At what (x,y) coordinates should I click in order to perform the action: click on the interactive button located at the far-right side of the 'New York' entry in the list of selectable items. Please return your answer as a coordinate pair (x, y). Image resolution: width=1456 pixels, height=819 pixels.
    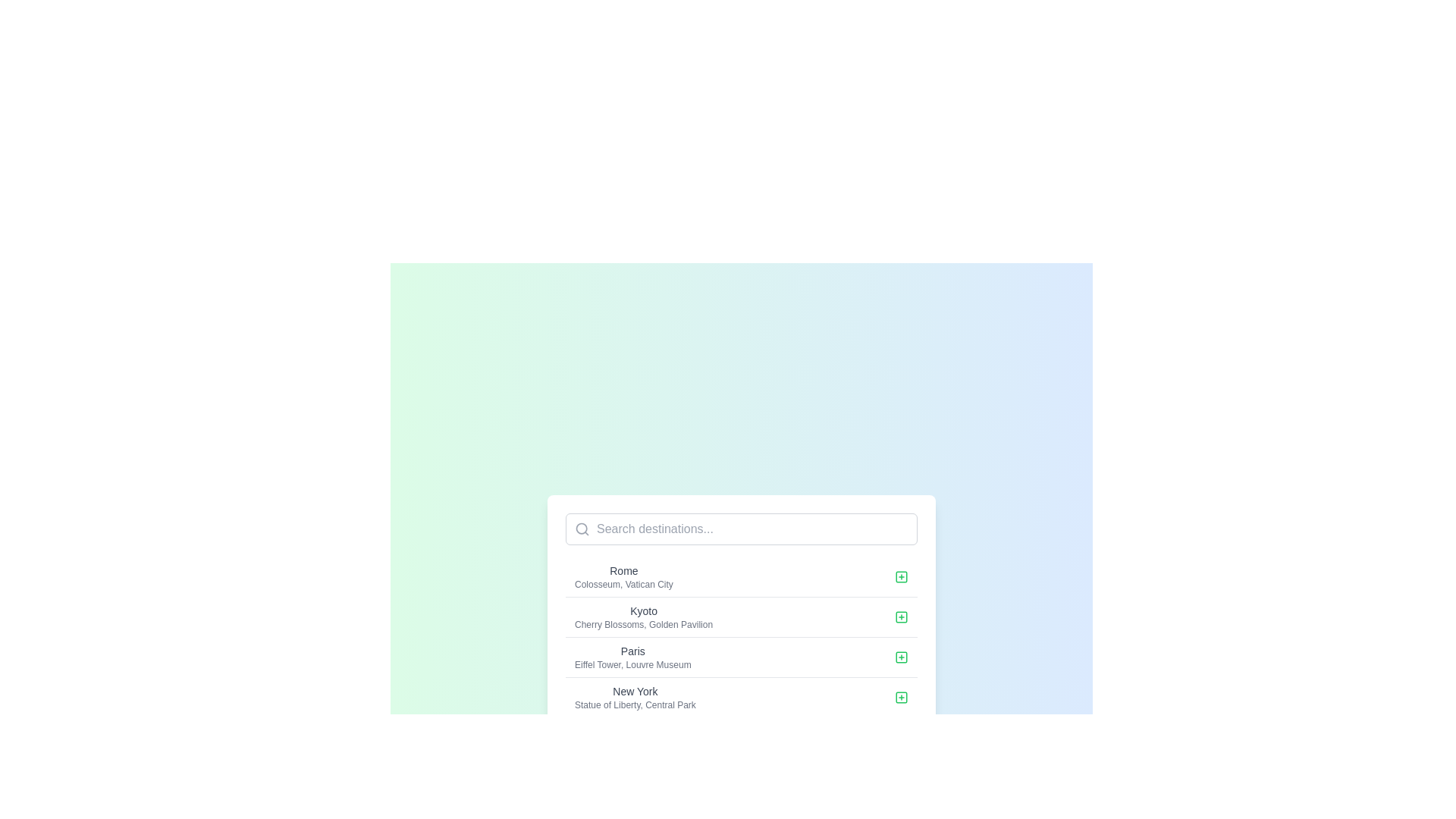
    Looking at the image, I should click on (902, 698).